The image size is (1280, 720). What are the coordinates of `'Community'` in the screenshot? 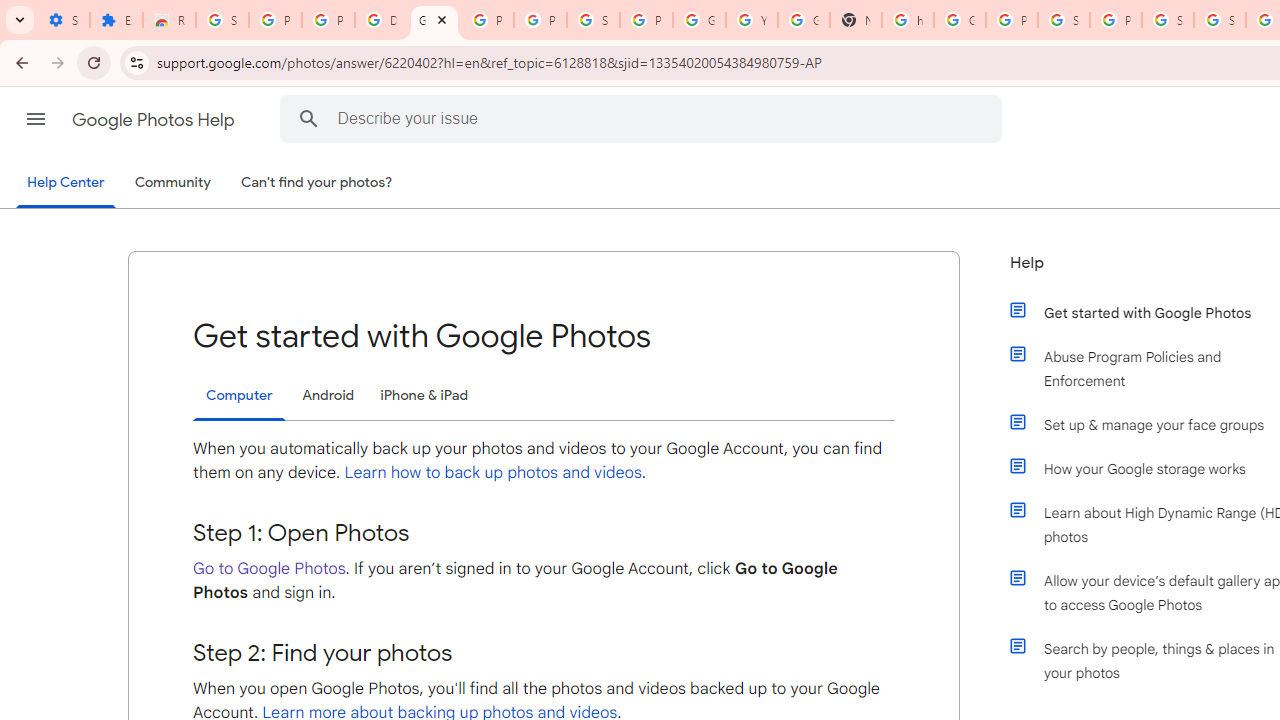 It's located at (172, 183).